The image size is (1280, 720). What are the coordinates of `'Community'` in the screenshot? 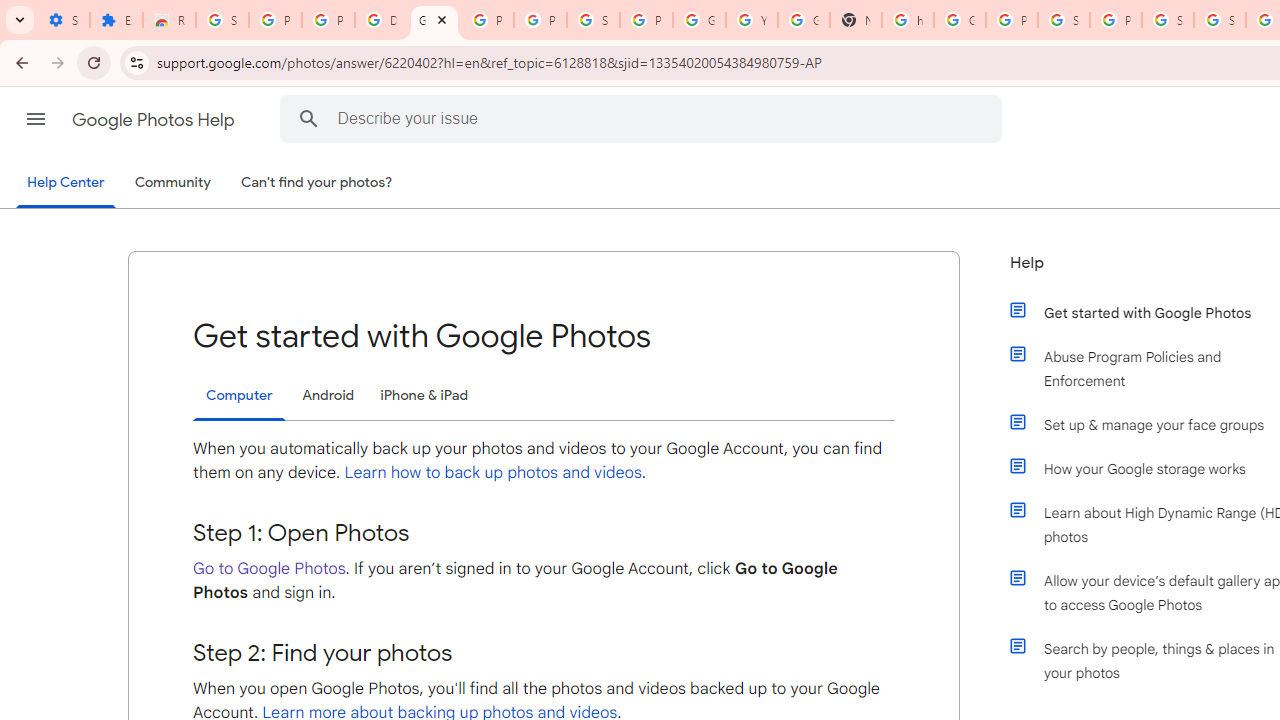 It's located at (172, 183).